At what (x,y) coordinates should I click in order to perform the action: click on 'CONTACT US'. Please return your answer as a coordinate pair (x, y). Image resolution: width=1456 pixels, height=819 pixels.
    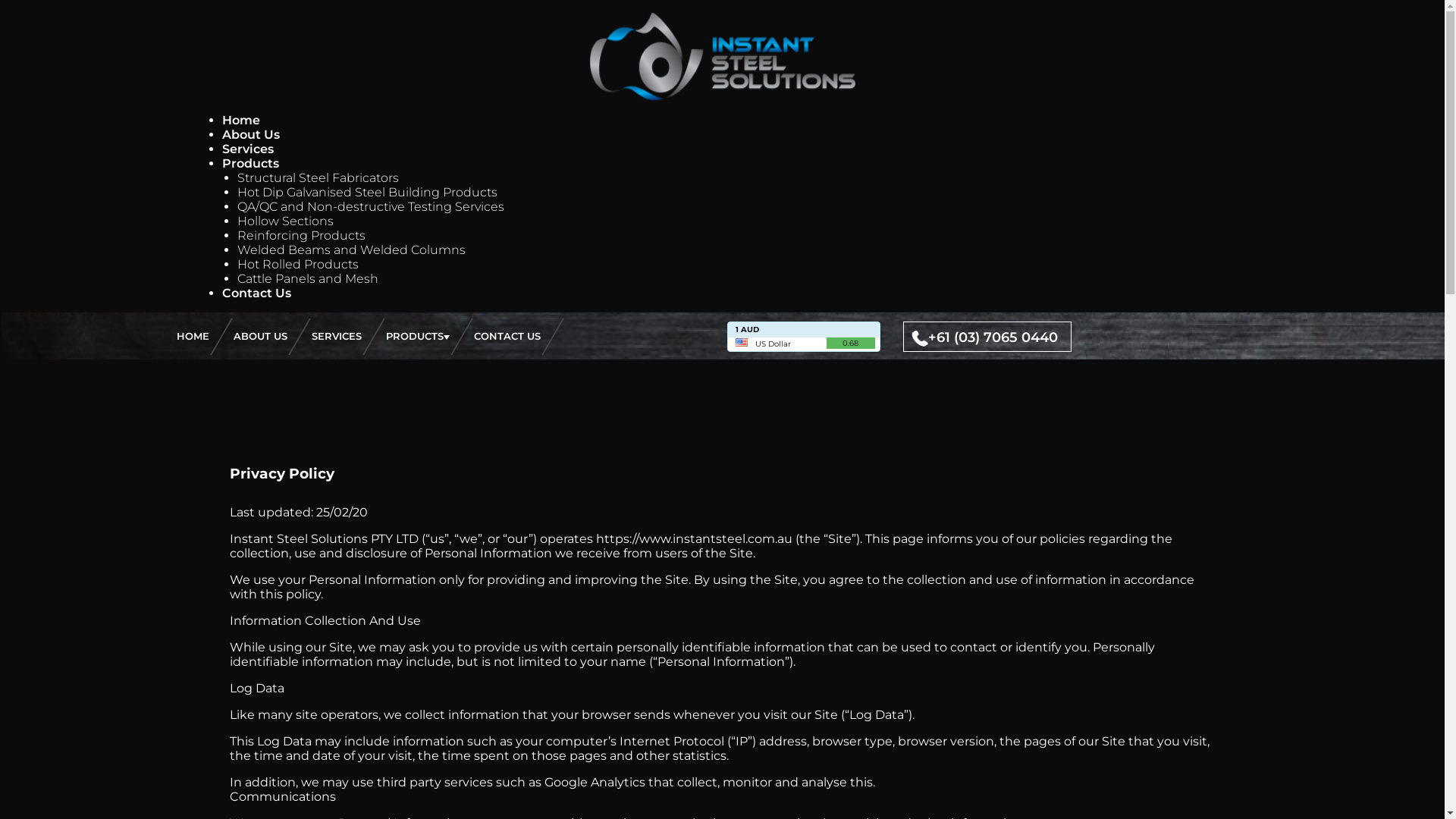
    Looking at the image, I should click on (506, 335).